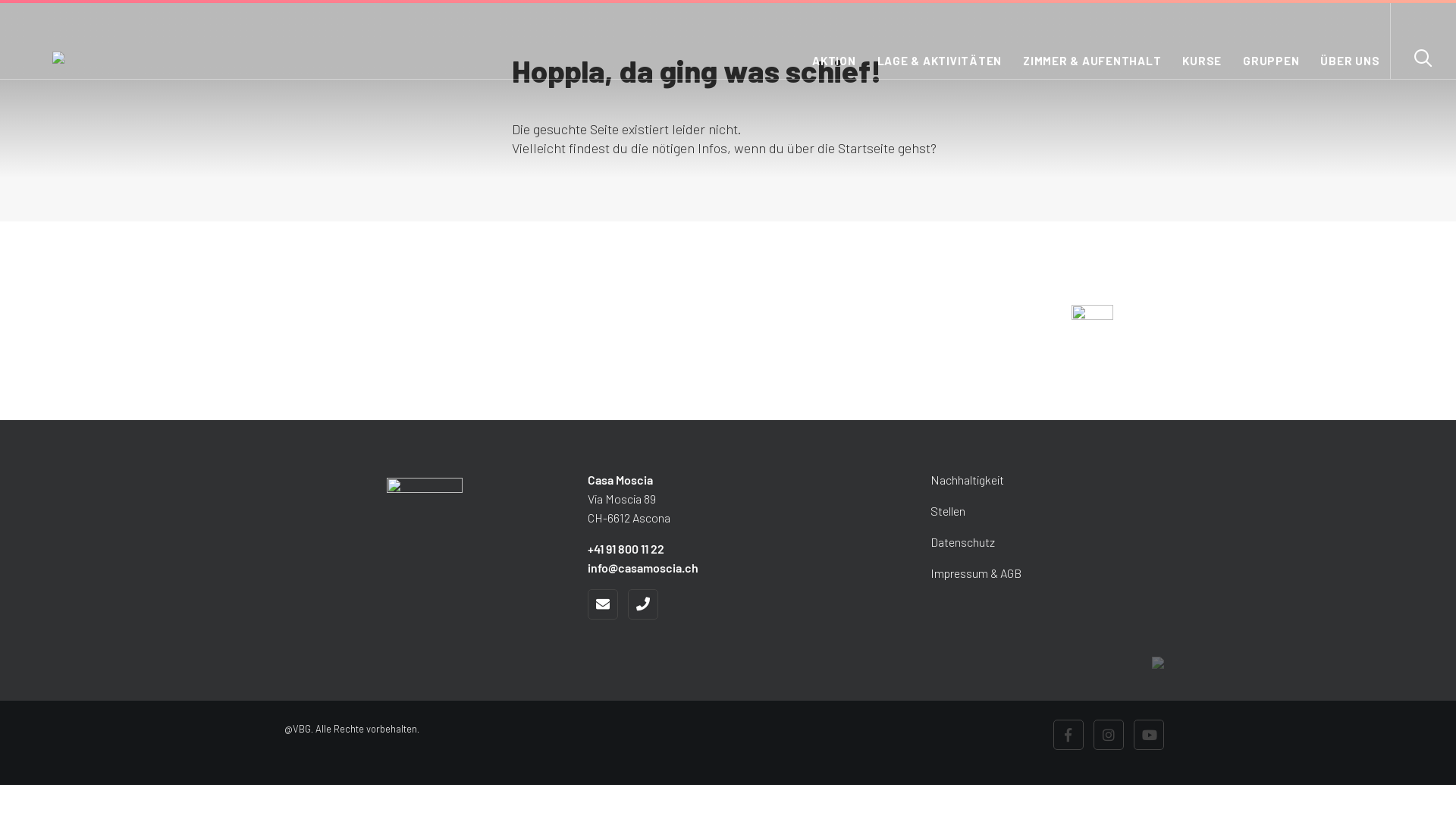  Describe the element at coordinates (833, 66) in the screenshot. I see `'AKTION'` at that location.